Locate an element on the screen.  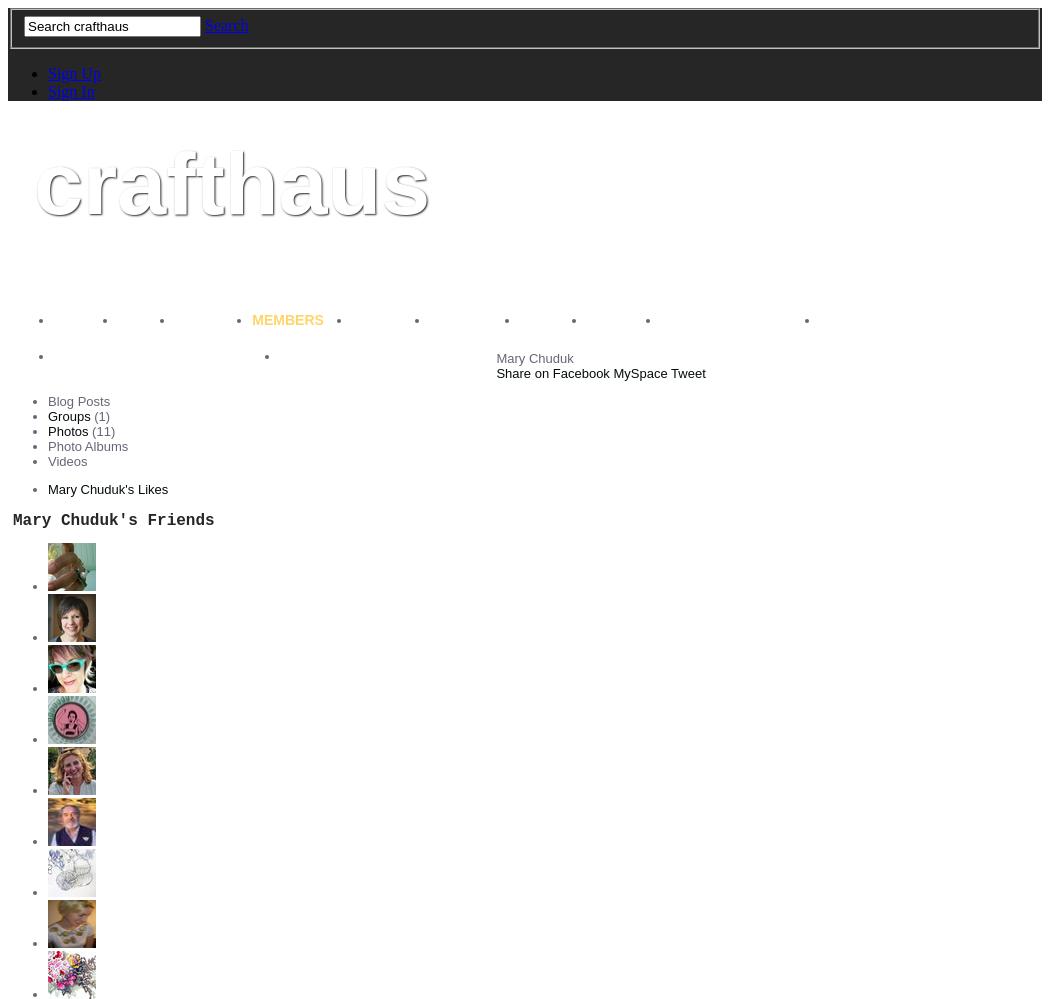
'Videos' is located at coordinates (46, 460).